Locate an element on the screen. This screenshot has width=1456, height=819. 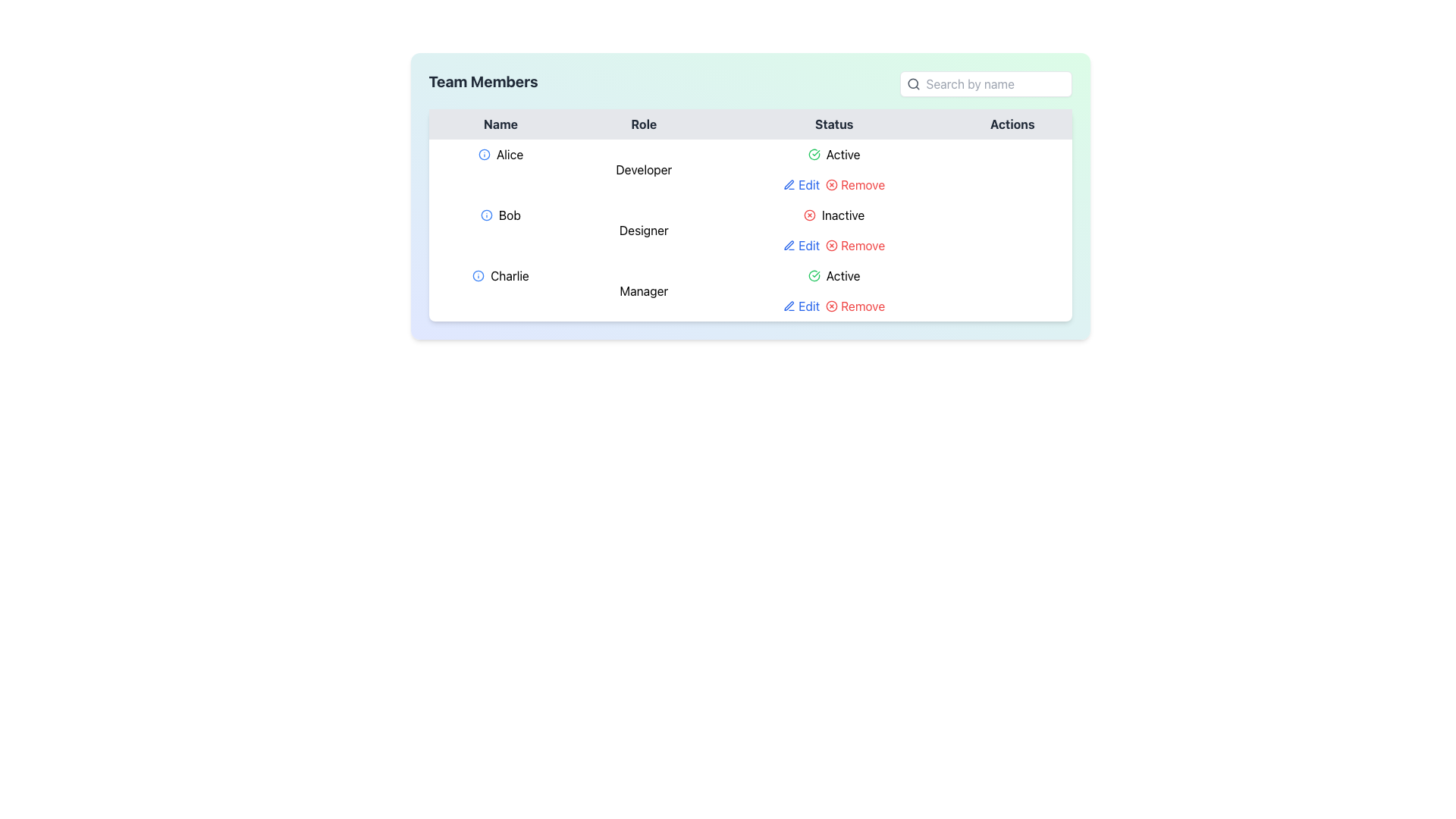
the Remove button, which is a circular button with a red border and an X-shaped crossing line, located in the Actions column aligned with the 'Bob - Designer - Inactive' row in the Team Members interface is located at coordinates (831, 306).